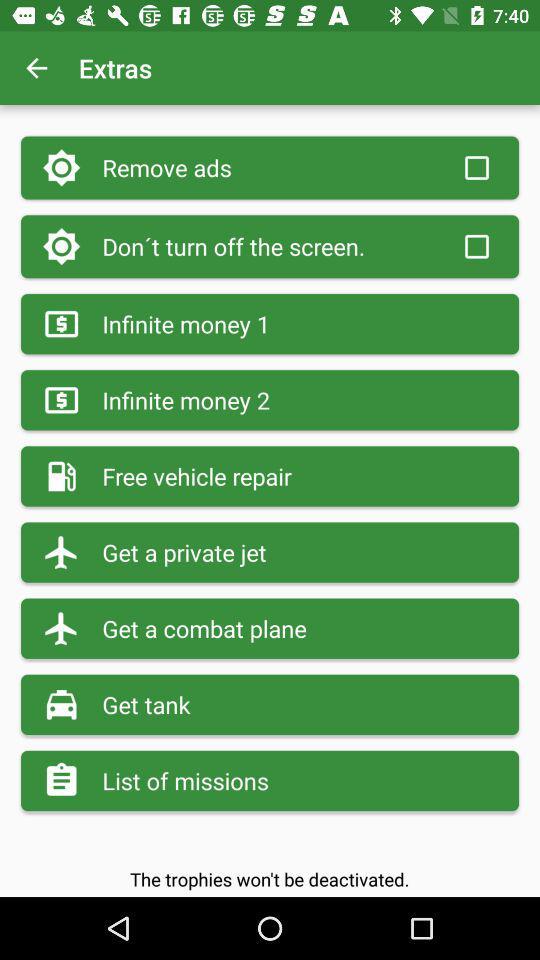 This screenshot has height=960, width=540. What do you see at coordinates (475, 167) in the screenshot?
I see `icon to the right of remove ads` at bounding box center [475, 167].